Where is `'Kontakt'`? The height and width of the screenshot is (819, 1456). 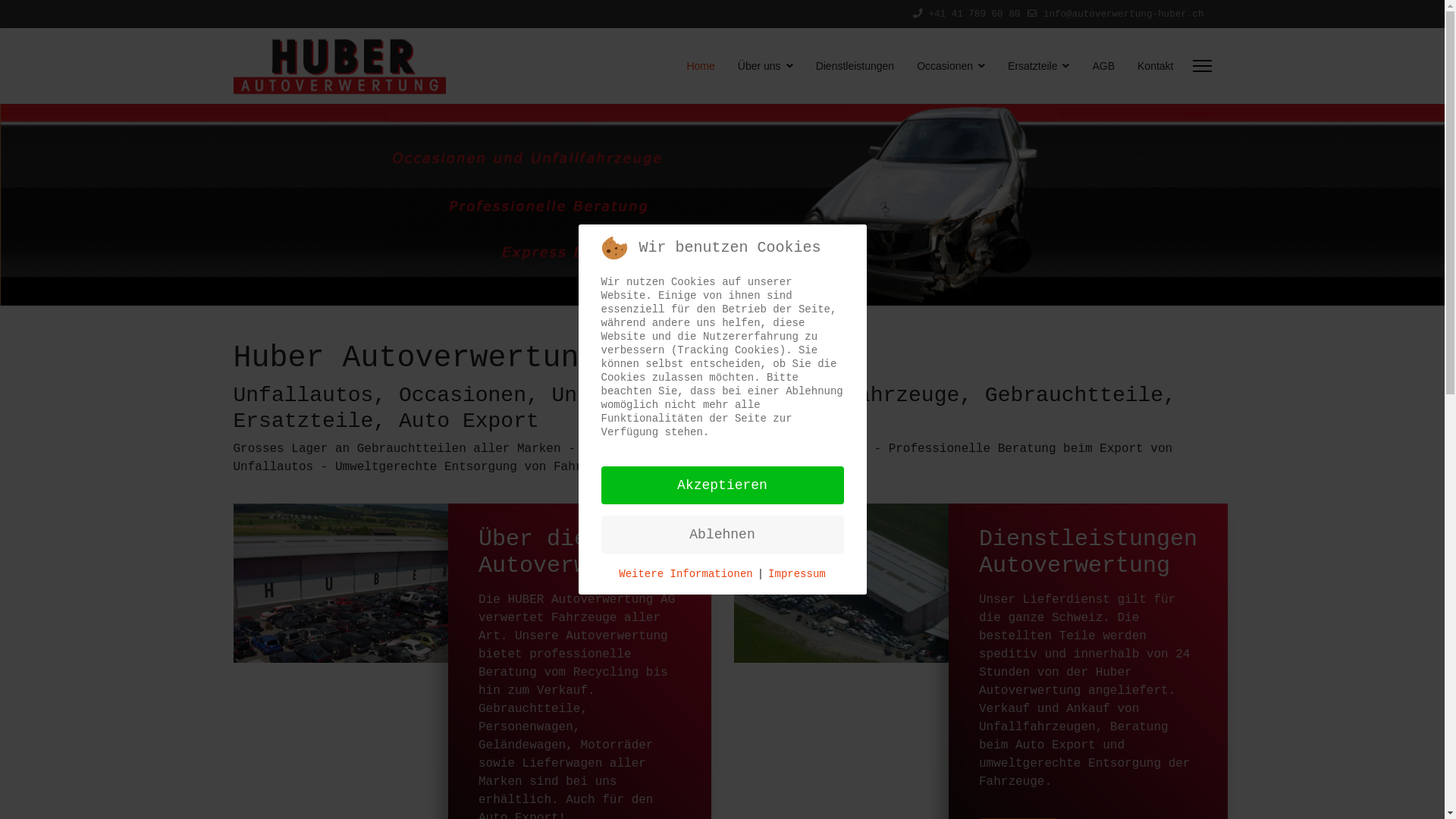
'Kontakt' is located at coordinates (1150, 65).